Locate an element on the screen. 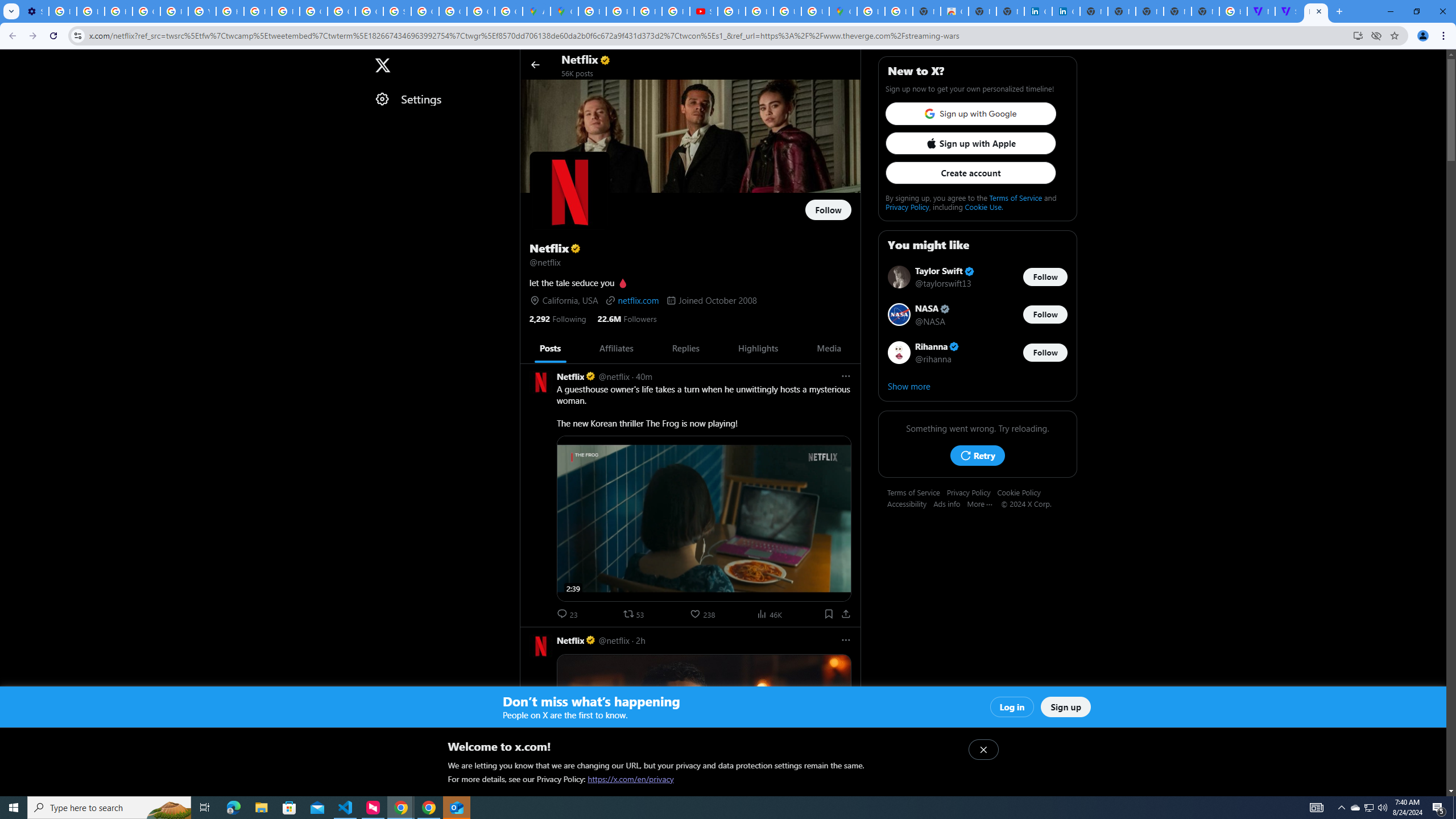  'Share post' is located at coordinates (846, 614).